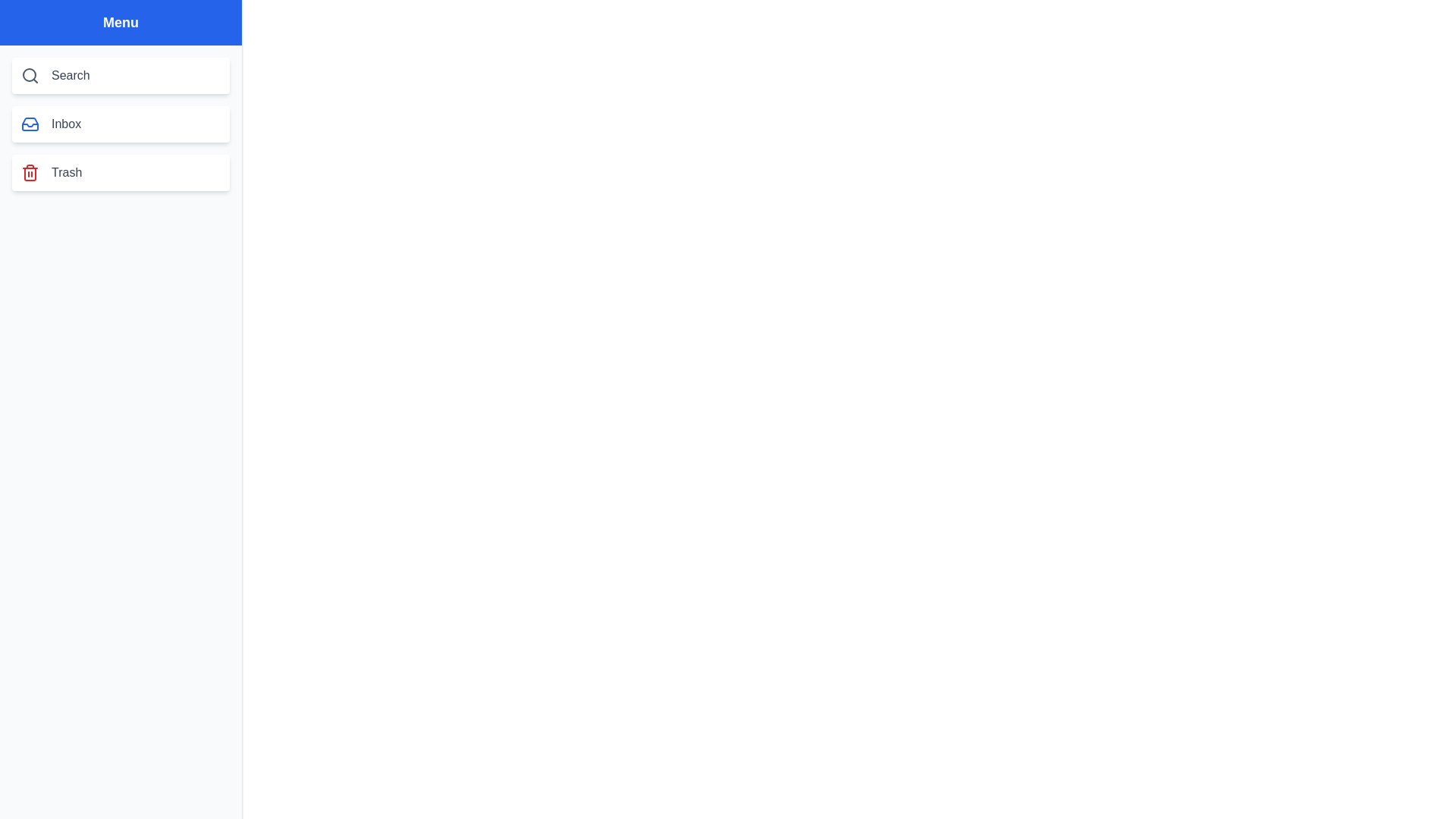 This screenshot has height=819, width=1456. Describe the element at coordinates (120, 171) in the screenshot. I see `the menu item Trash by clicking on it` at that location.